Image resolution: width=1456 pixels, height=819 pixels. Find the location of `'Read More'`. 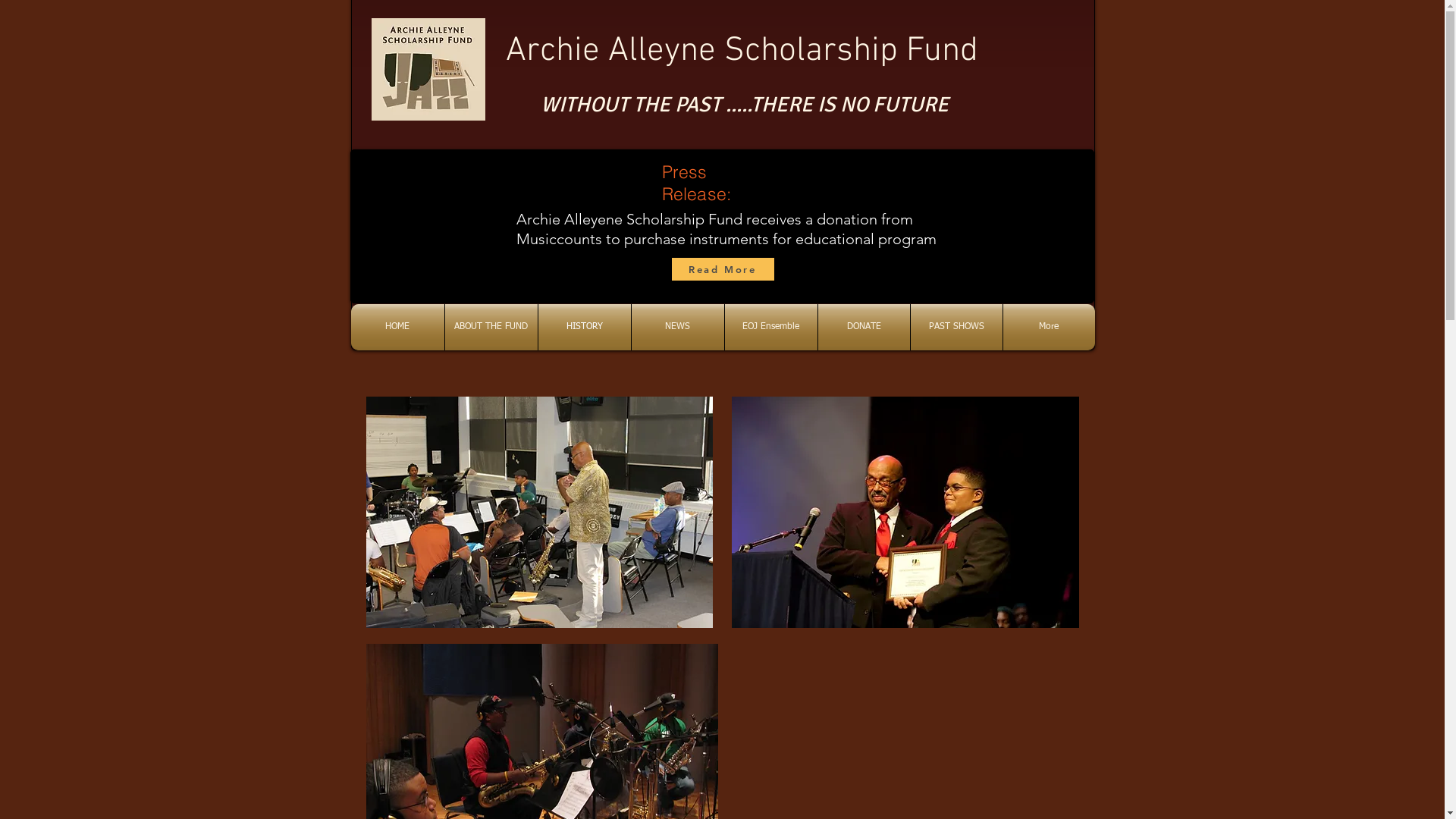

'Read More' is located at coordinates (722, 268).